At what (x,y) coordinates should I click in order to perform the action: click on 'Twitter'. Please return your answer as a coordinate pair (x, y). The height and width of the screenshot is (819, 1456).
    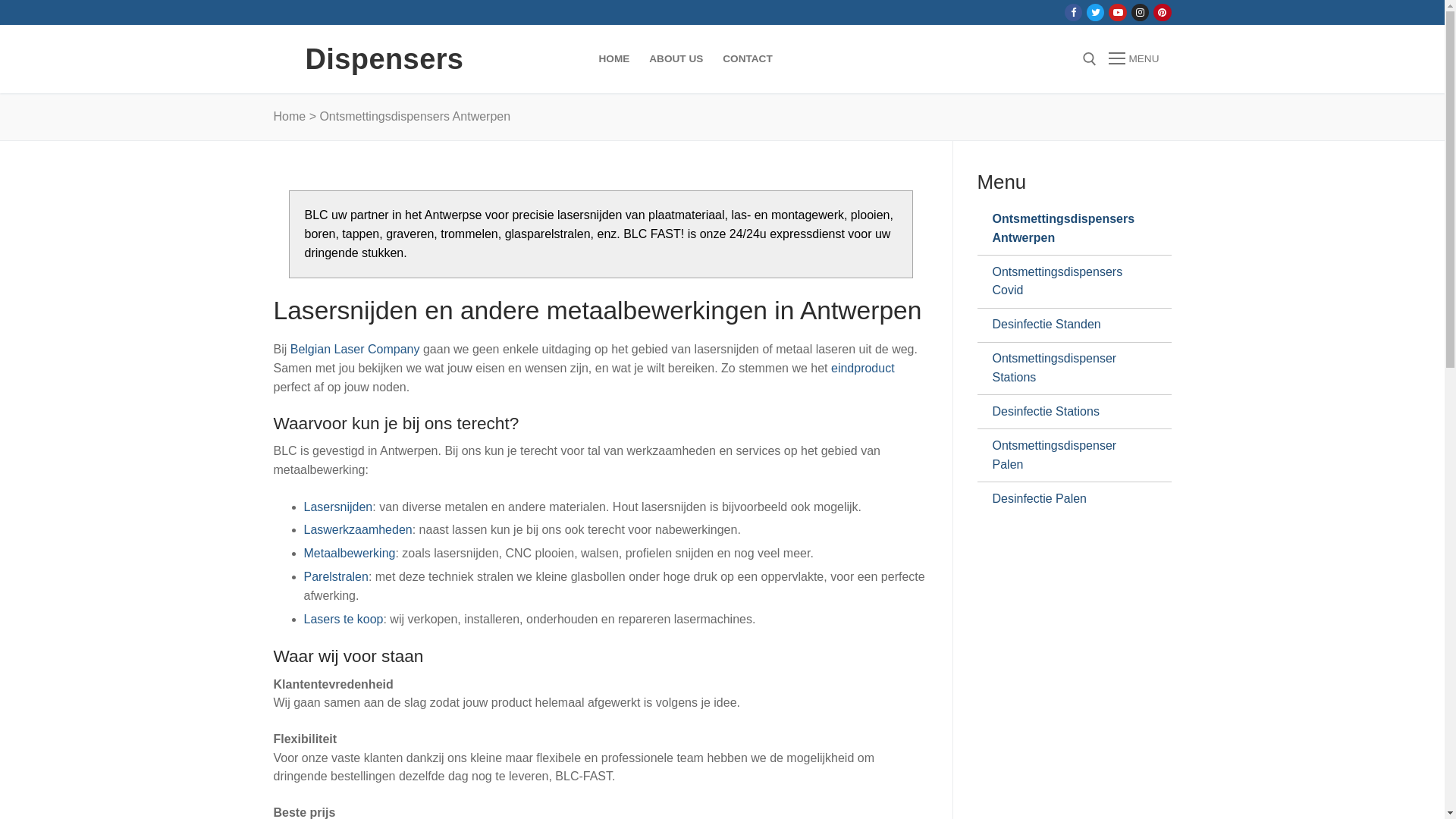
    Looking at the image, I should click on (1095, 12).